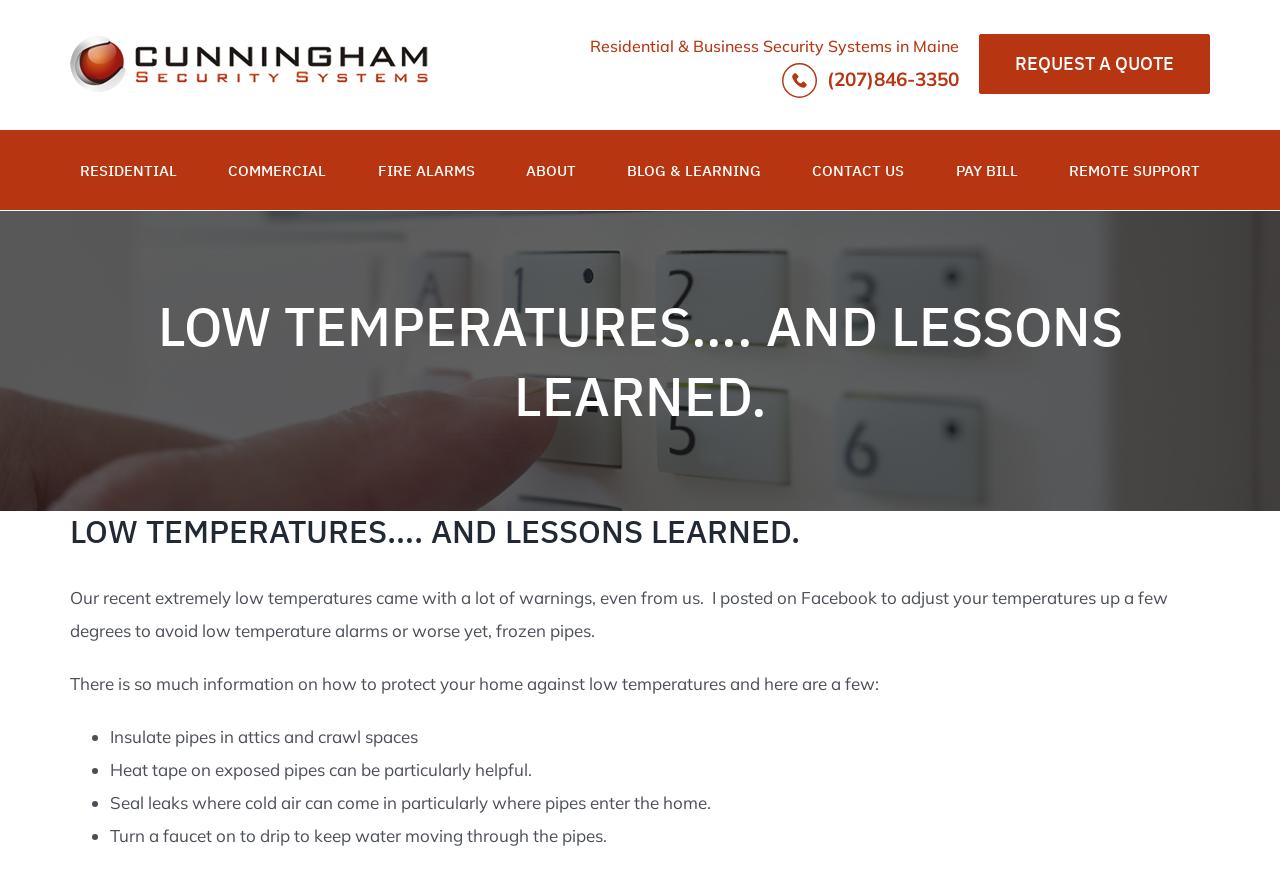 The height and width of the screenshot is (878, 1280). I want to click on 'CONTACT US', so click(857, 169).